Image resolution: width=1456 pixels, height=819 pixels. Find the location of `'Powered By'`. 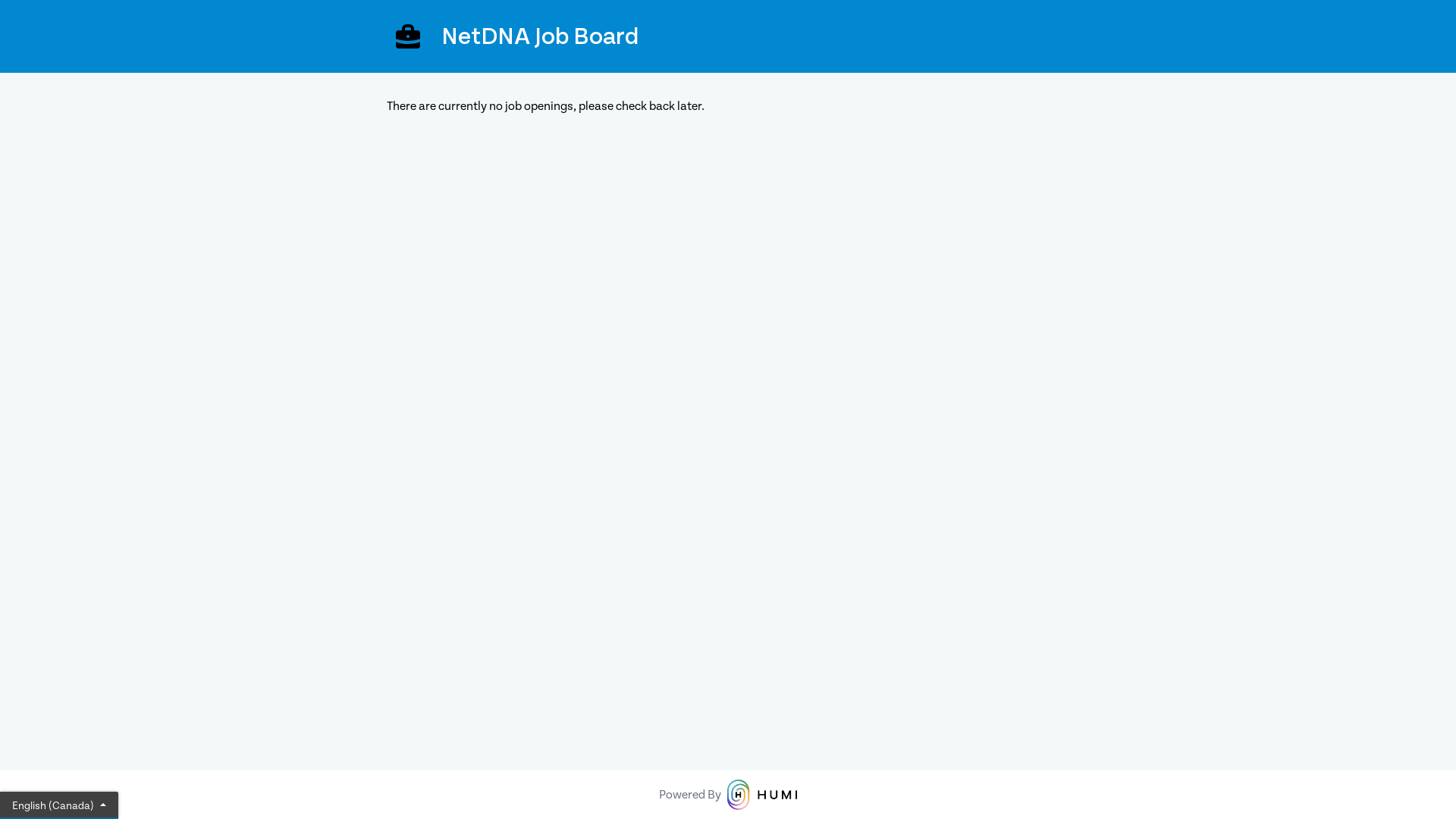

'Powered By' is located at coordinates (726, 794).